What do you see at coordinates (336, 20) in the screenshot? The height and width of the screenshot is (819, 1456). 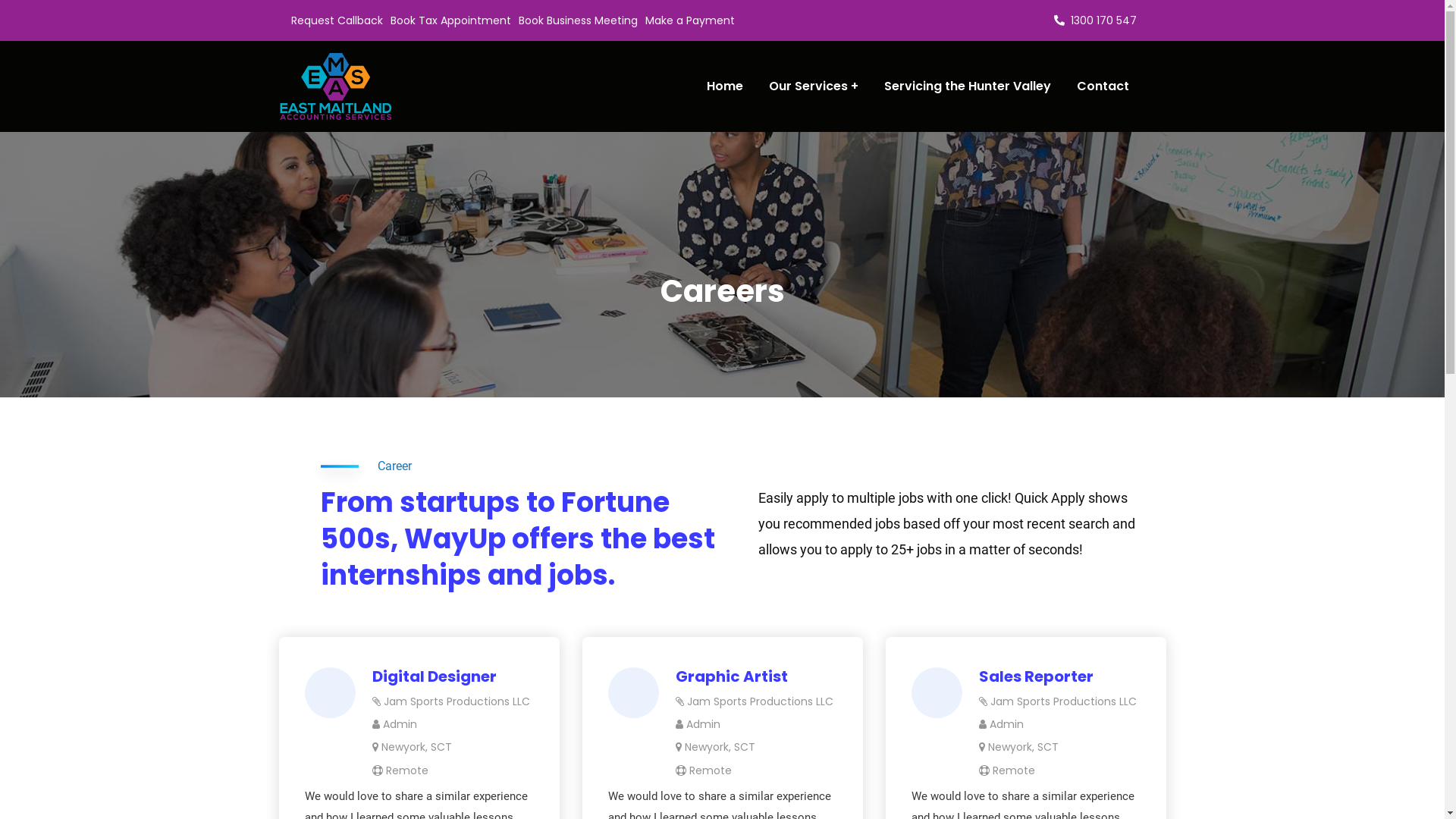 I see `'Request Callback'` at bounding box center [336, 20].